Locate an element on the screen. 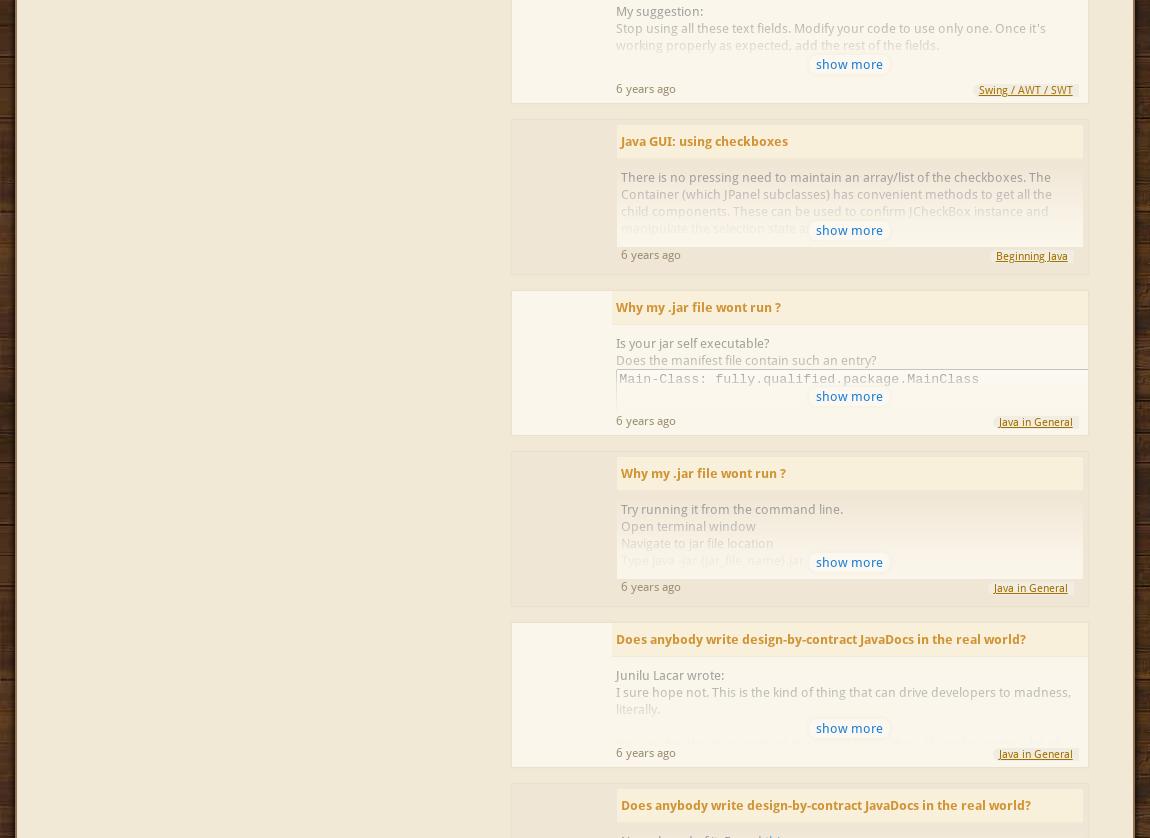  'My suggestion:' is located at coordinates (658, 11).